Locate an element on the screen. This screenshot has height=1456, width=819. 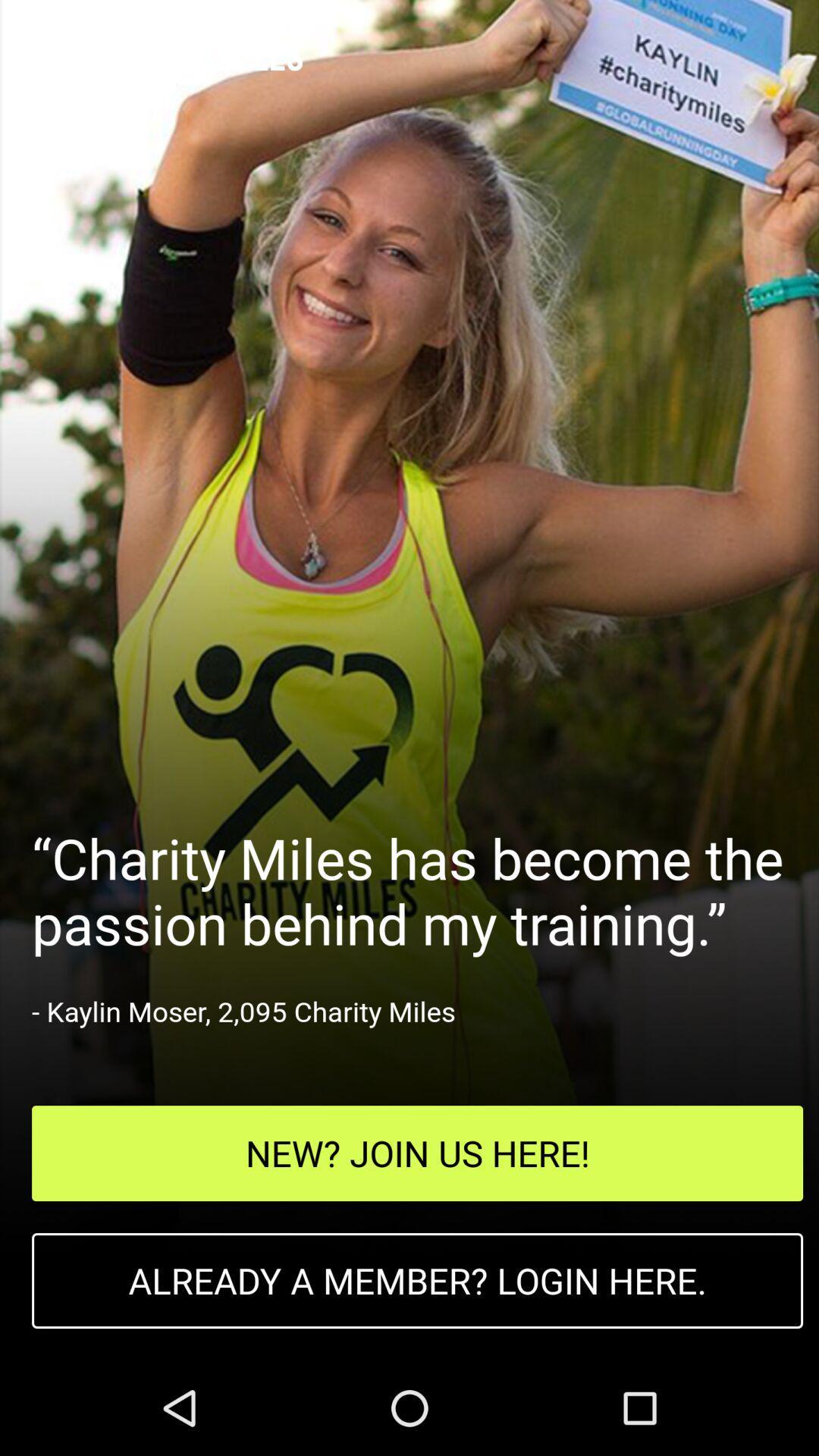
already a member is located at coordinates (417, 1280).